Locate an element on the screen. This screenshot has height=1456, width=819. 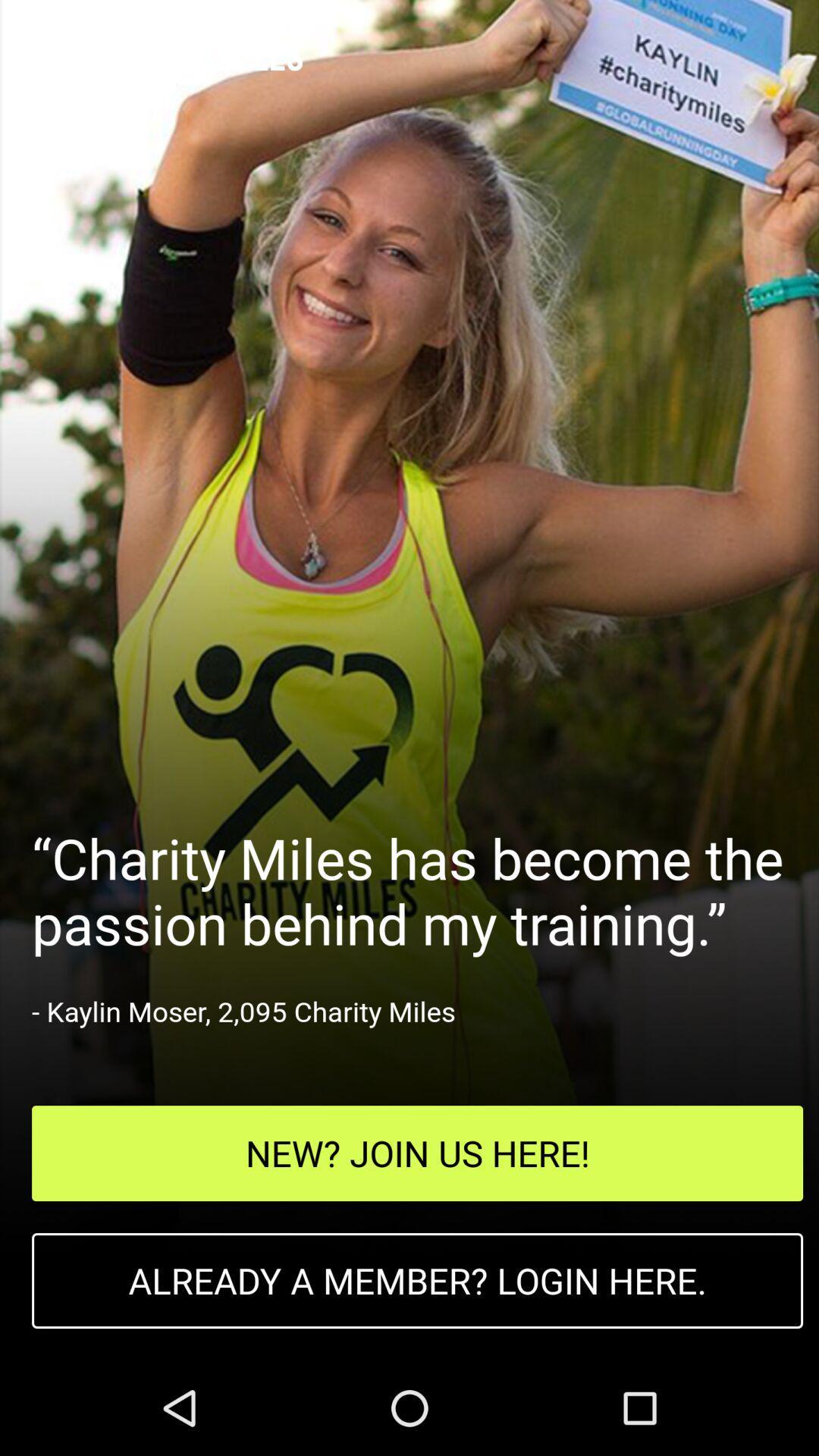
already a member is located at coordinates (417, 1280).